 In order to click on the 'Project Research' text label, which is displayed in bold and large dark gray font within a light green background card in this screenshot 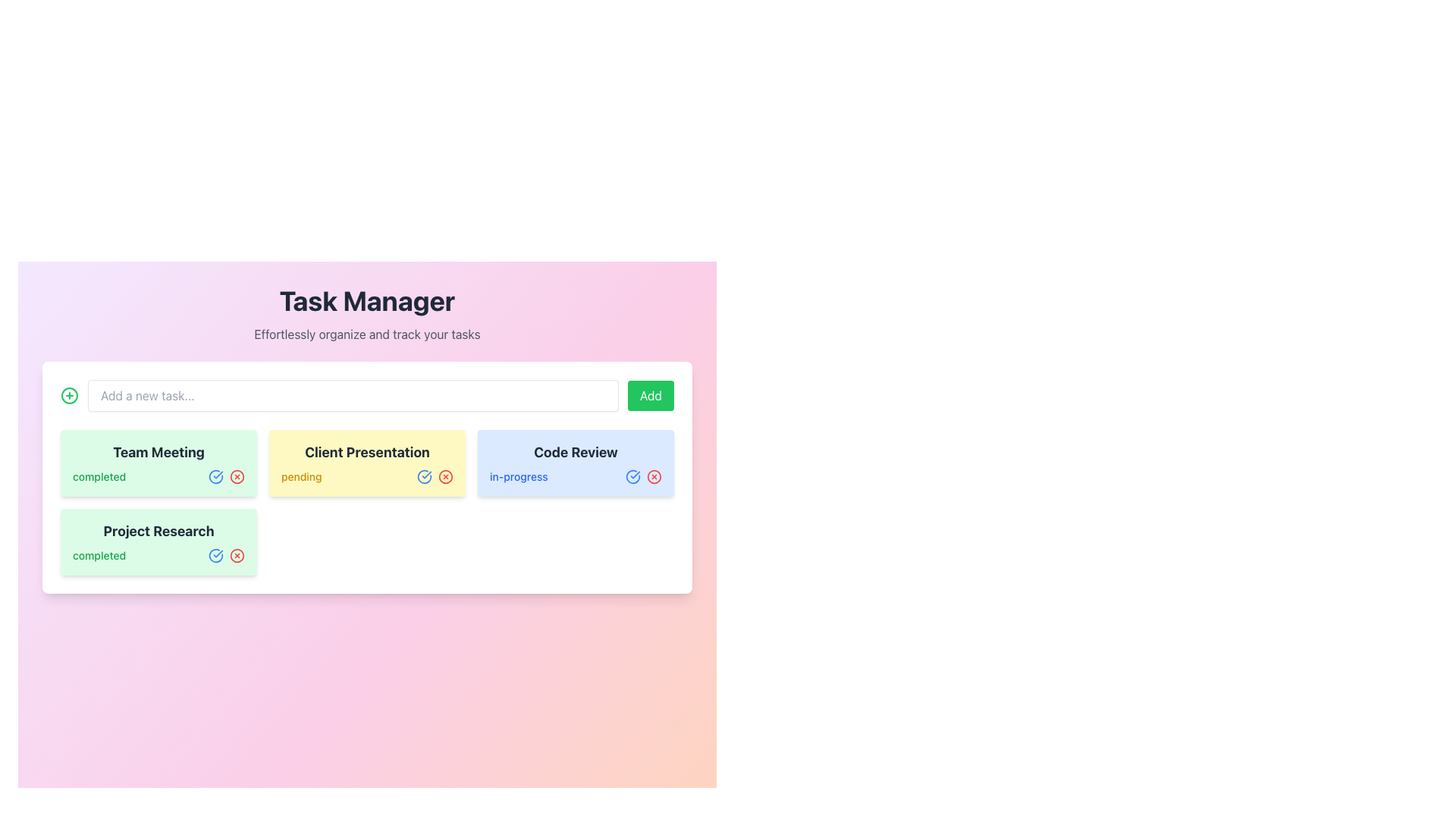, I will do `click(158, 531)`.